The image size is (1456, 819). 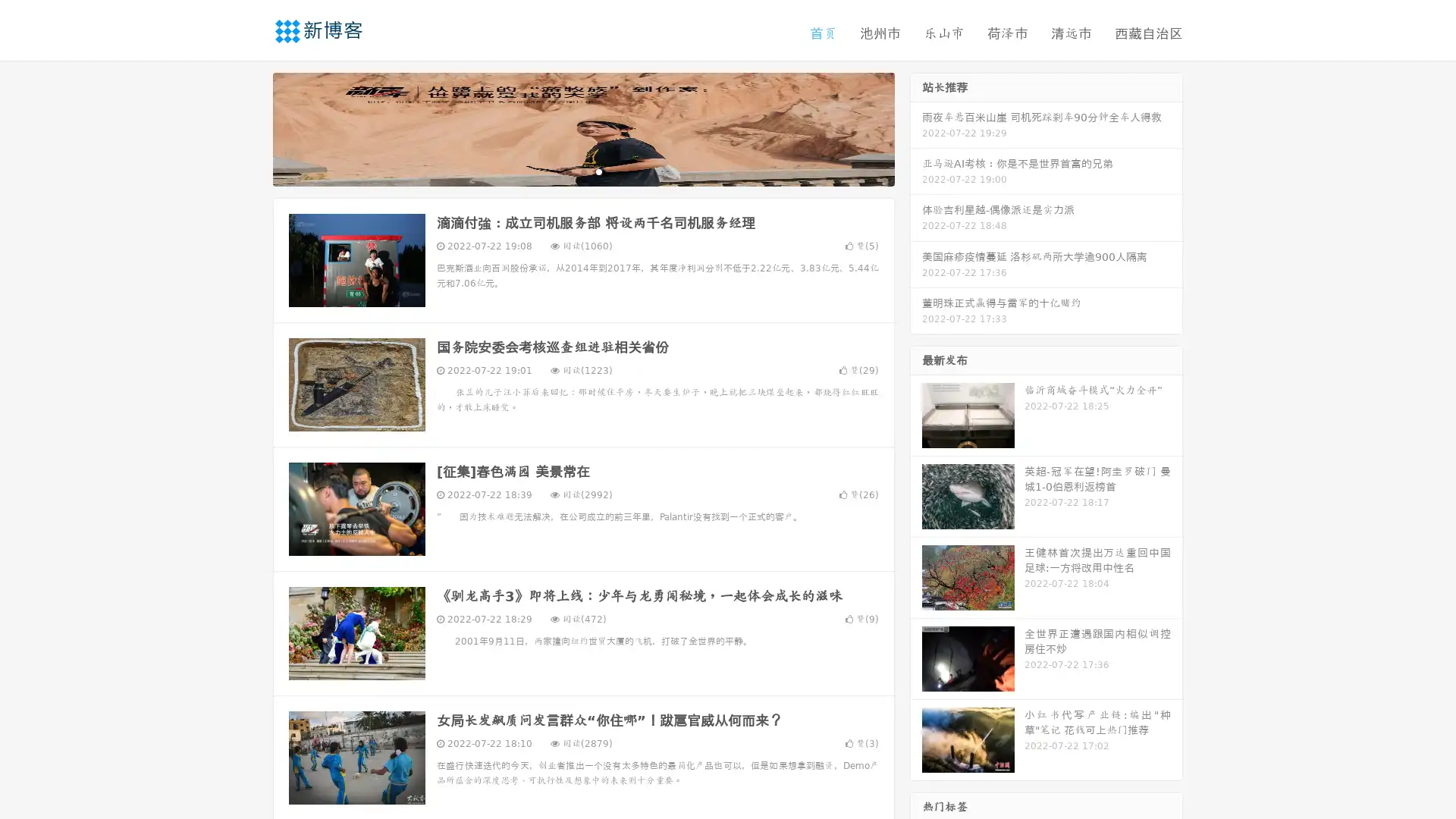 I want to click on Go to slide 3, so click(x=598, y=171).